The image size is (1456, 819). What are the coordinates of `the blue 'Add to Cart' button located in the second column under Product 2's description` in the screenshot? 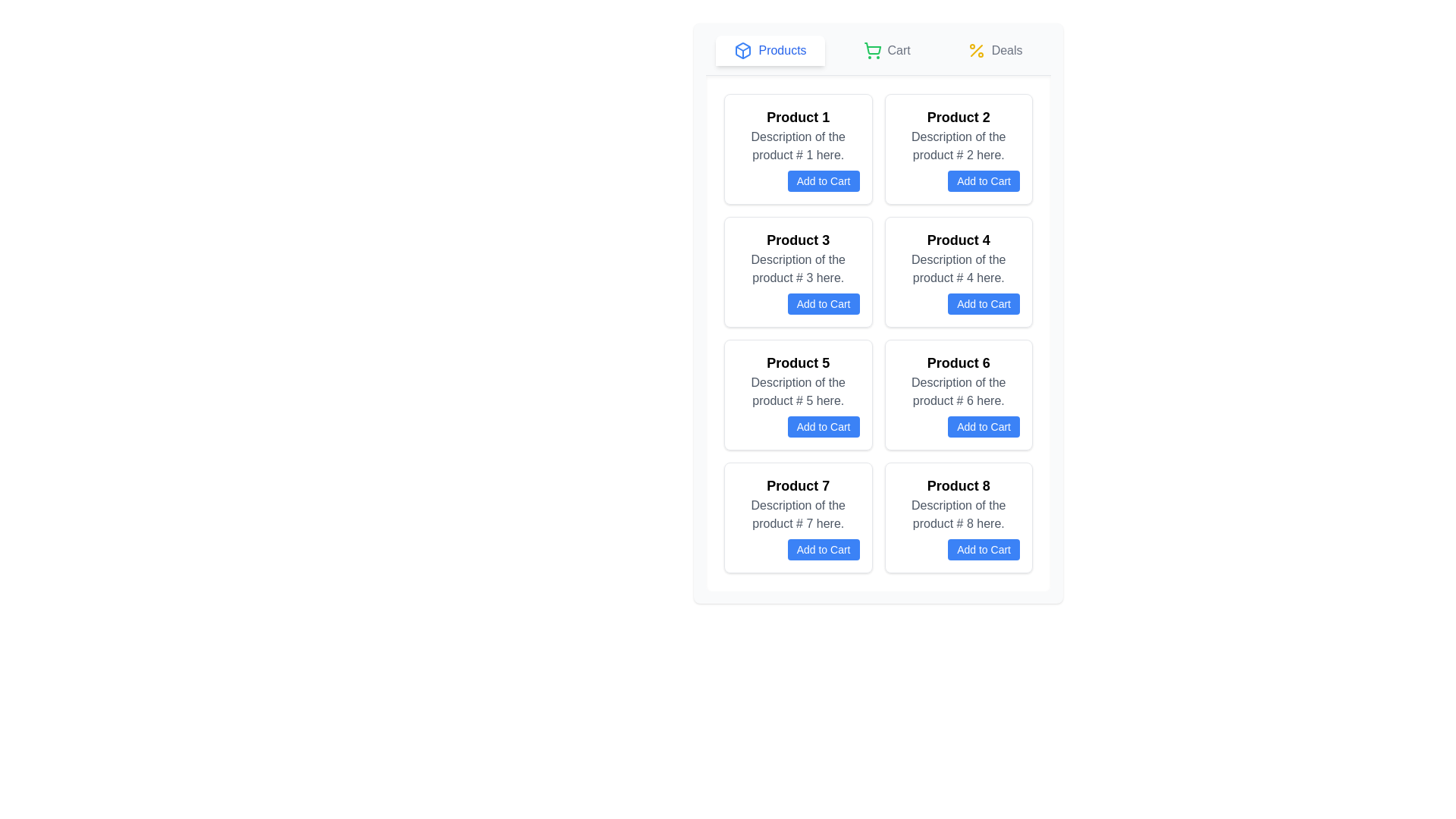 It's located at (984, 180).